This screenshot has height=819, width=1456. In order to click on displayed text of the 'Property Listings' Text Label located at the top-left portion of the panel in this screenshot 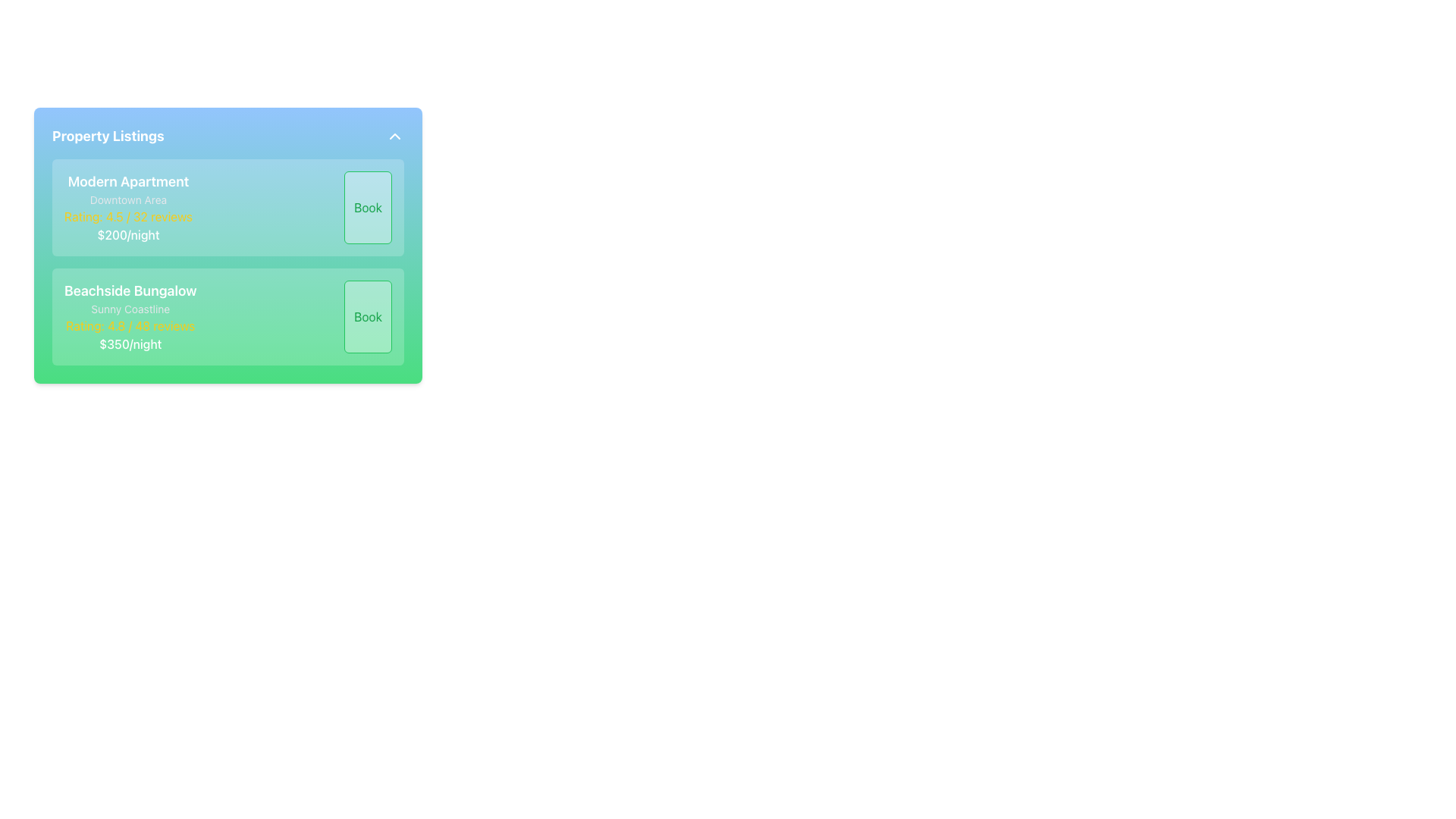, I will do `click(107, 136)`.